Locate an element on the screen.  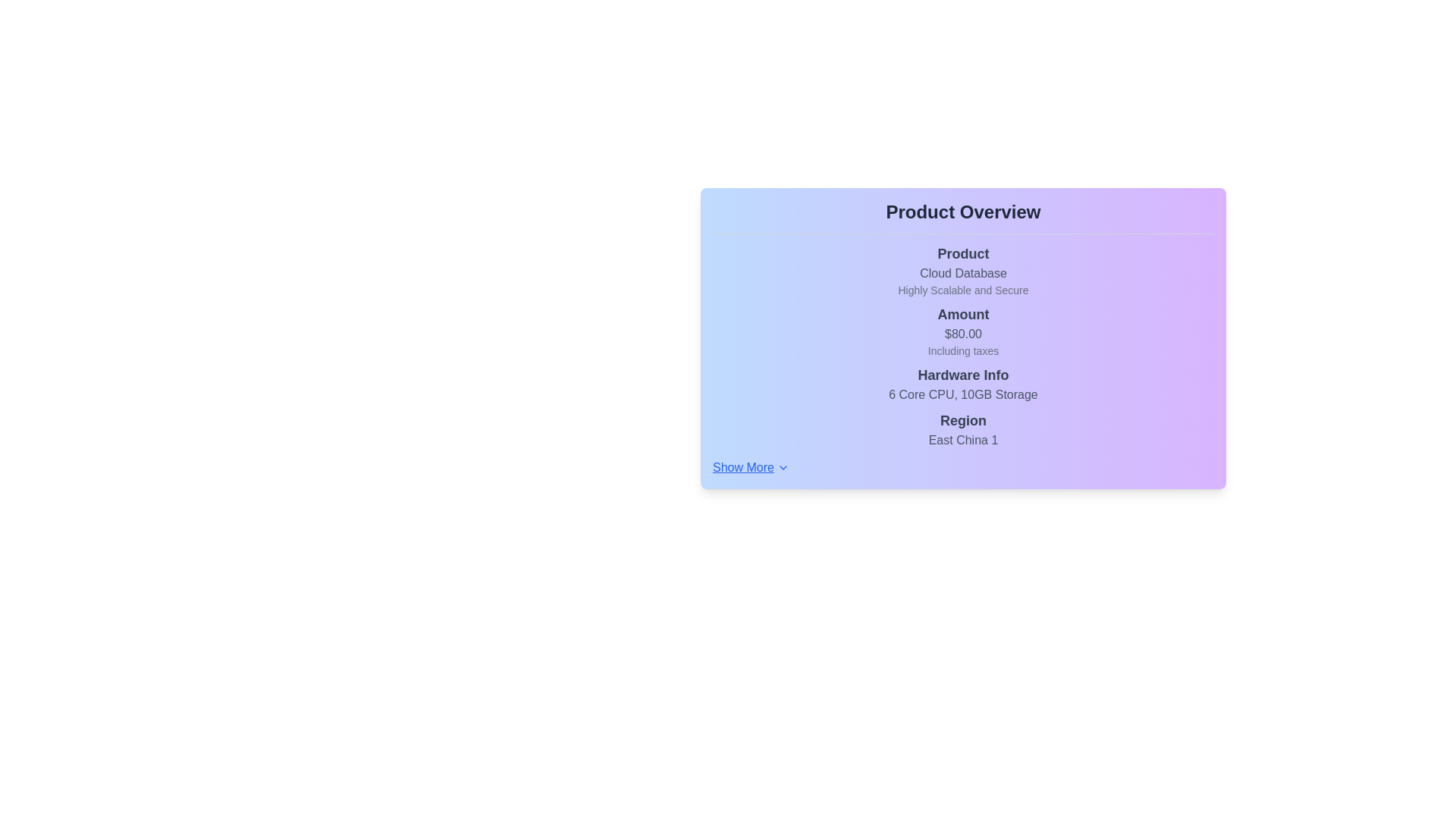
the Text Label that displays hardware specifics, located under the 'Hardware Info' heading is located at coordinates (962, 394).